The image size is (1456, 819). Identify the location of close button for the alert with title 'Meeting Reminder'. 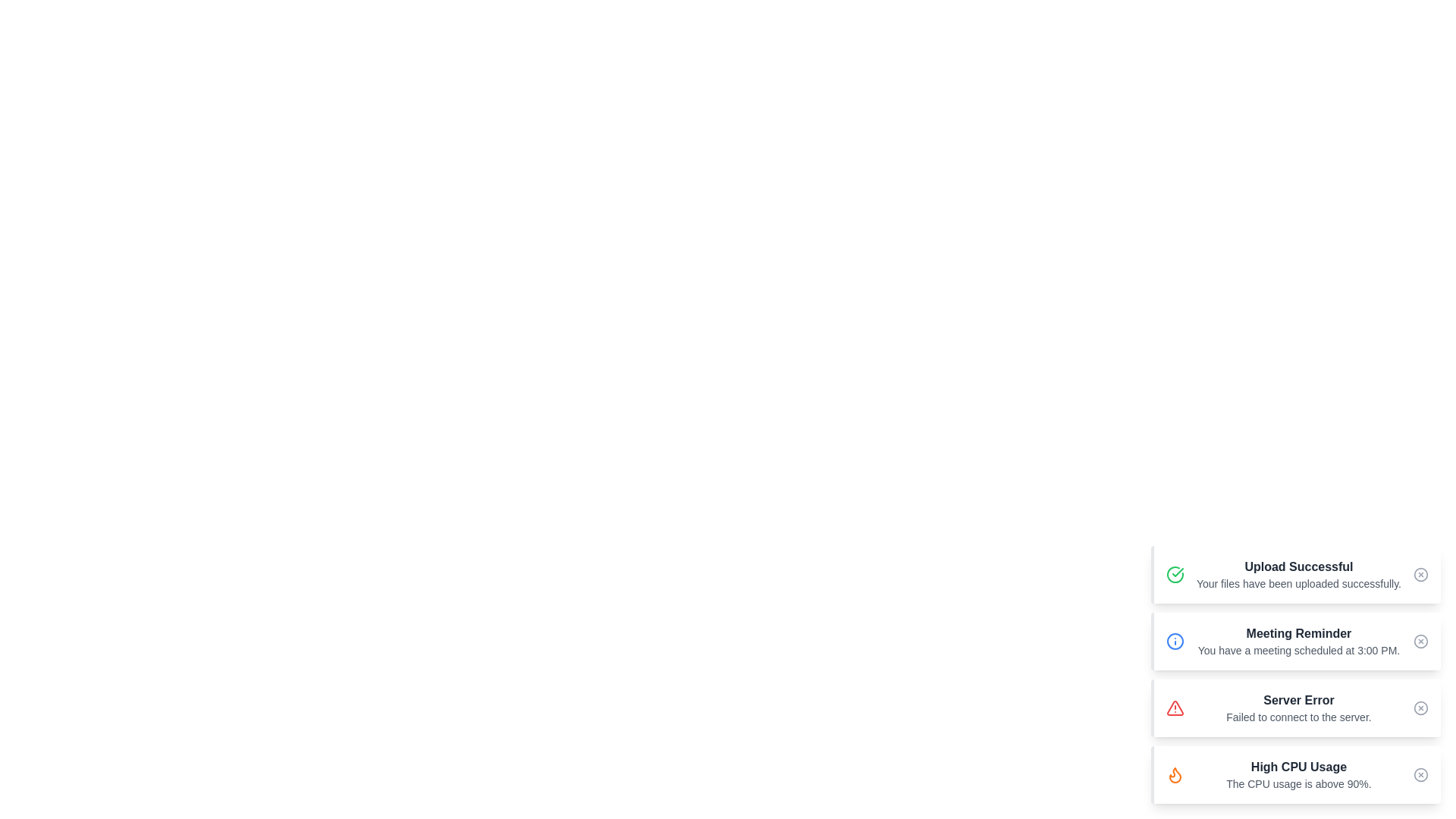
(1420, 641).